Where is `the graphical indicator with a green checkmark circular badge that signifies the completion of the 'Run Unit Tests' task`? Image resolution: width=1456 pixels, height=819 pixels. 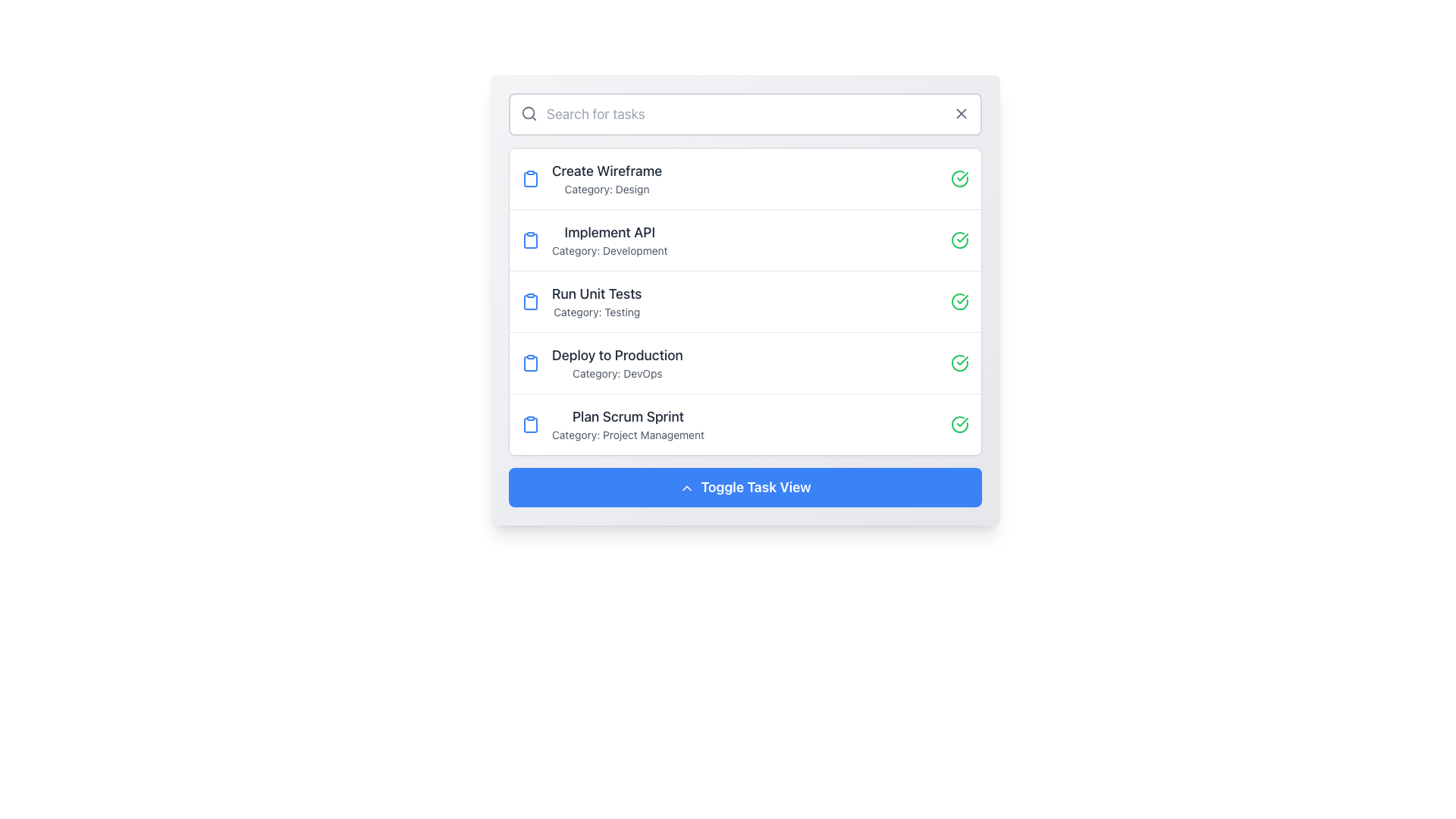 the graphical indicator with a green checkmark circular badge that signifies the completion of the 'Run Unit Tests' task is located at coordinates (962, 299).